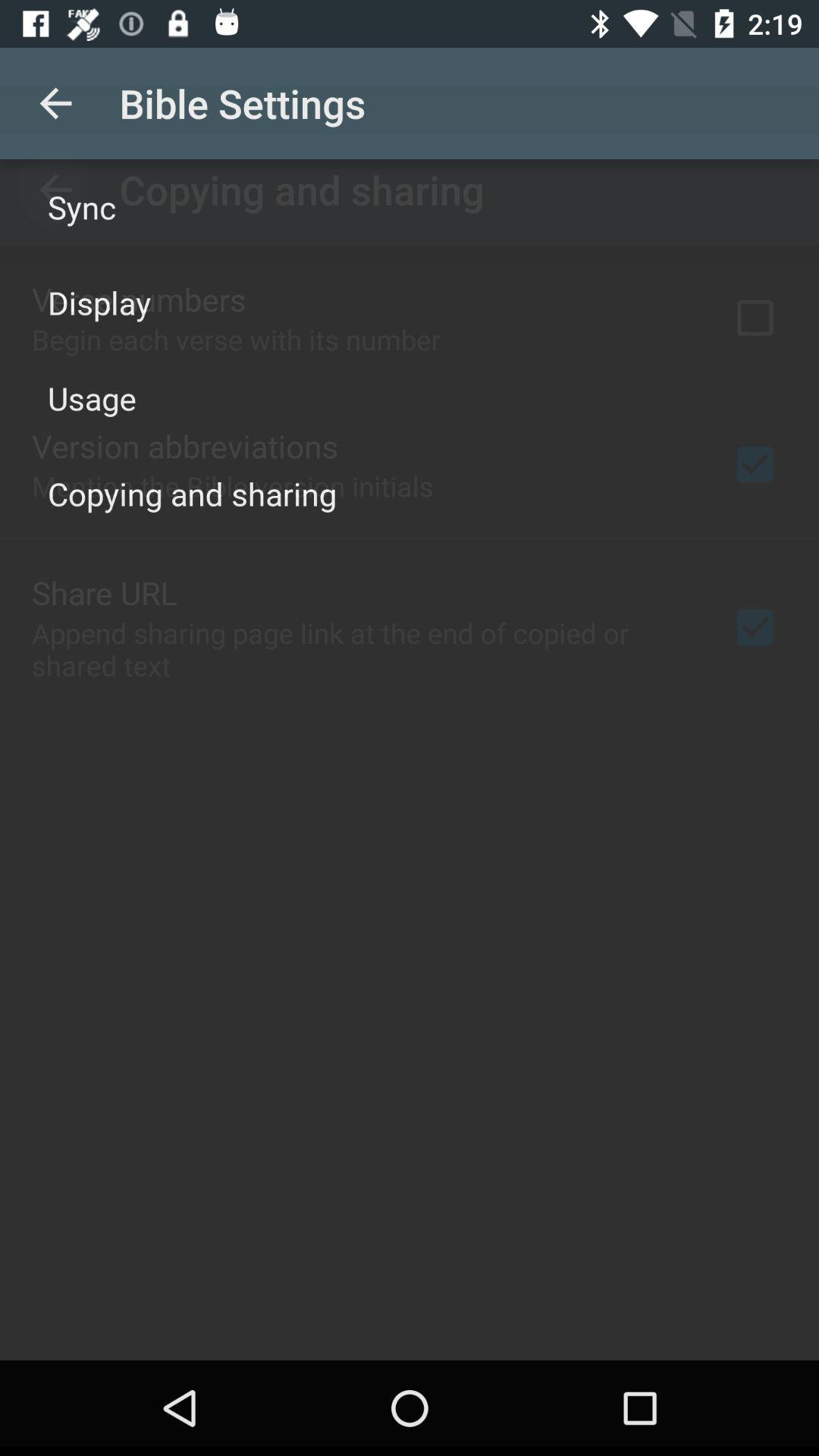  Describe the element at coordinates (92, 397) in the screenshot. I see `the icon above the copying and sharing item` at that location.